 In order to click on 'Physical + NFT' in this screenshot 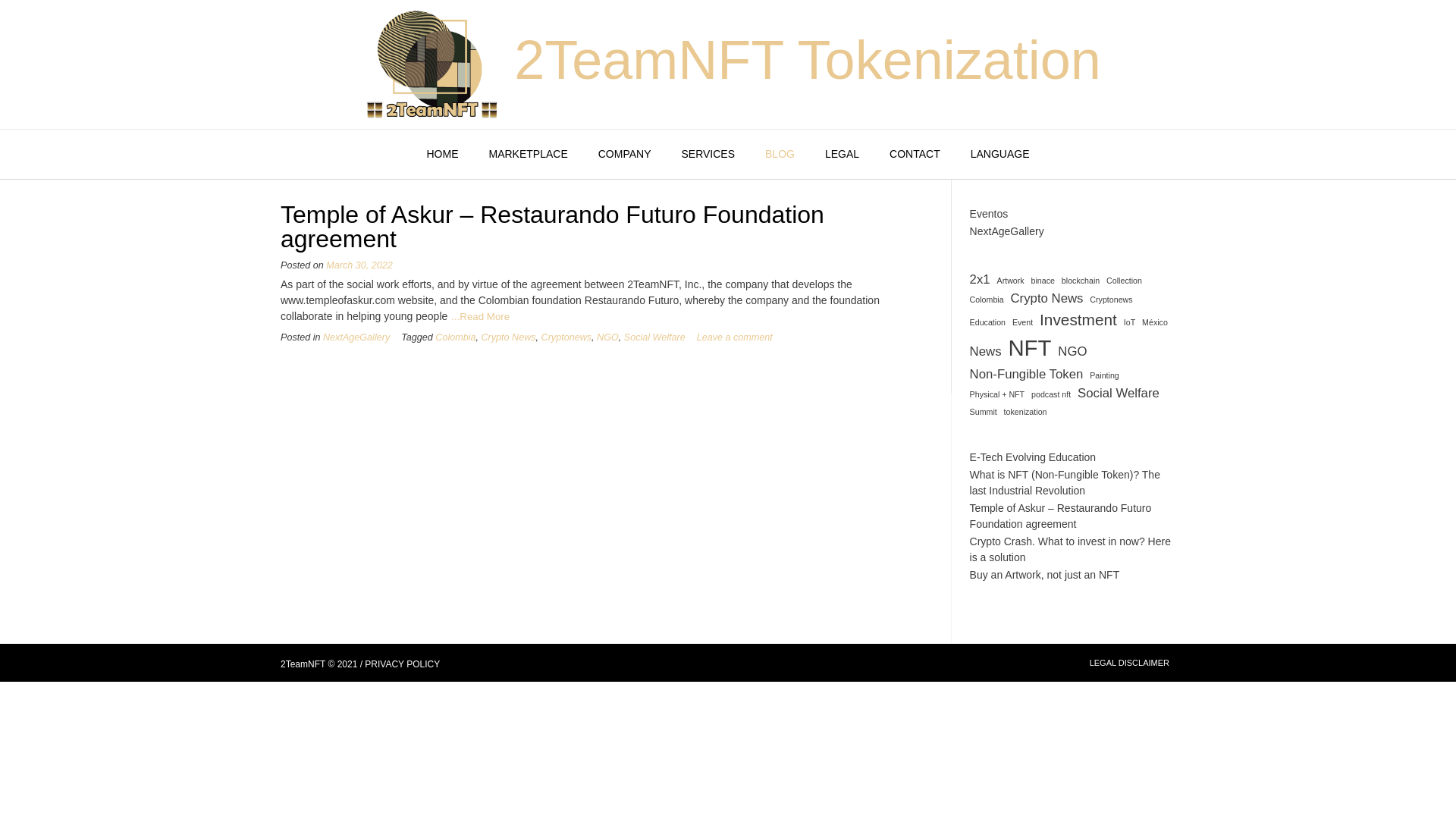, I will do `click(968, 394)`.